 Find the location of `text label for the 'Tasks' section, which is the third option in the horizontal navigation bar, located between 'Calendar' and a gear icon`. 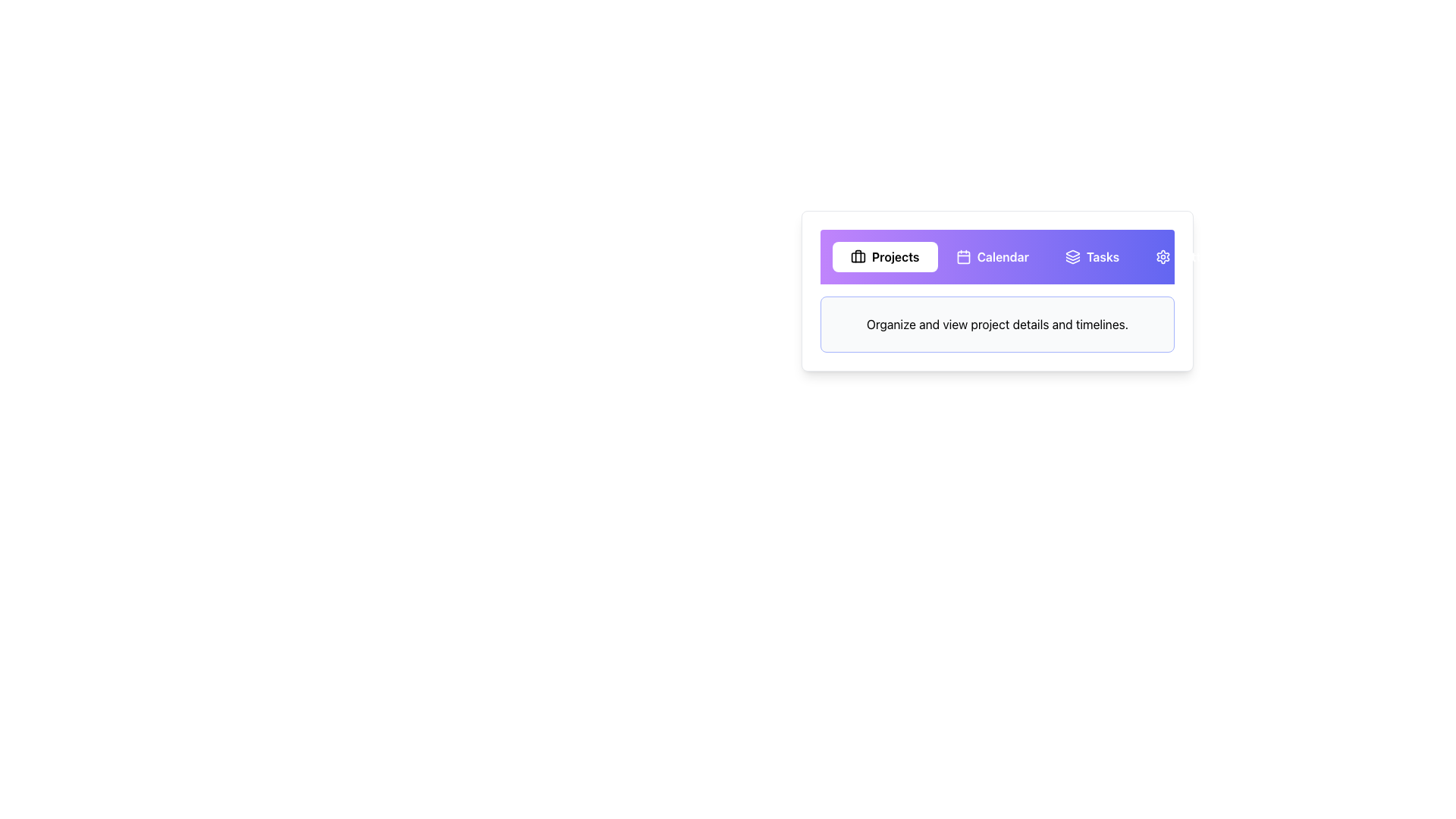

text label for the 'Tasks' section, which is the third option in the horizontal navigation bar, located between 'Calendar' and a gear icon is located at coordinates (1103, 256).